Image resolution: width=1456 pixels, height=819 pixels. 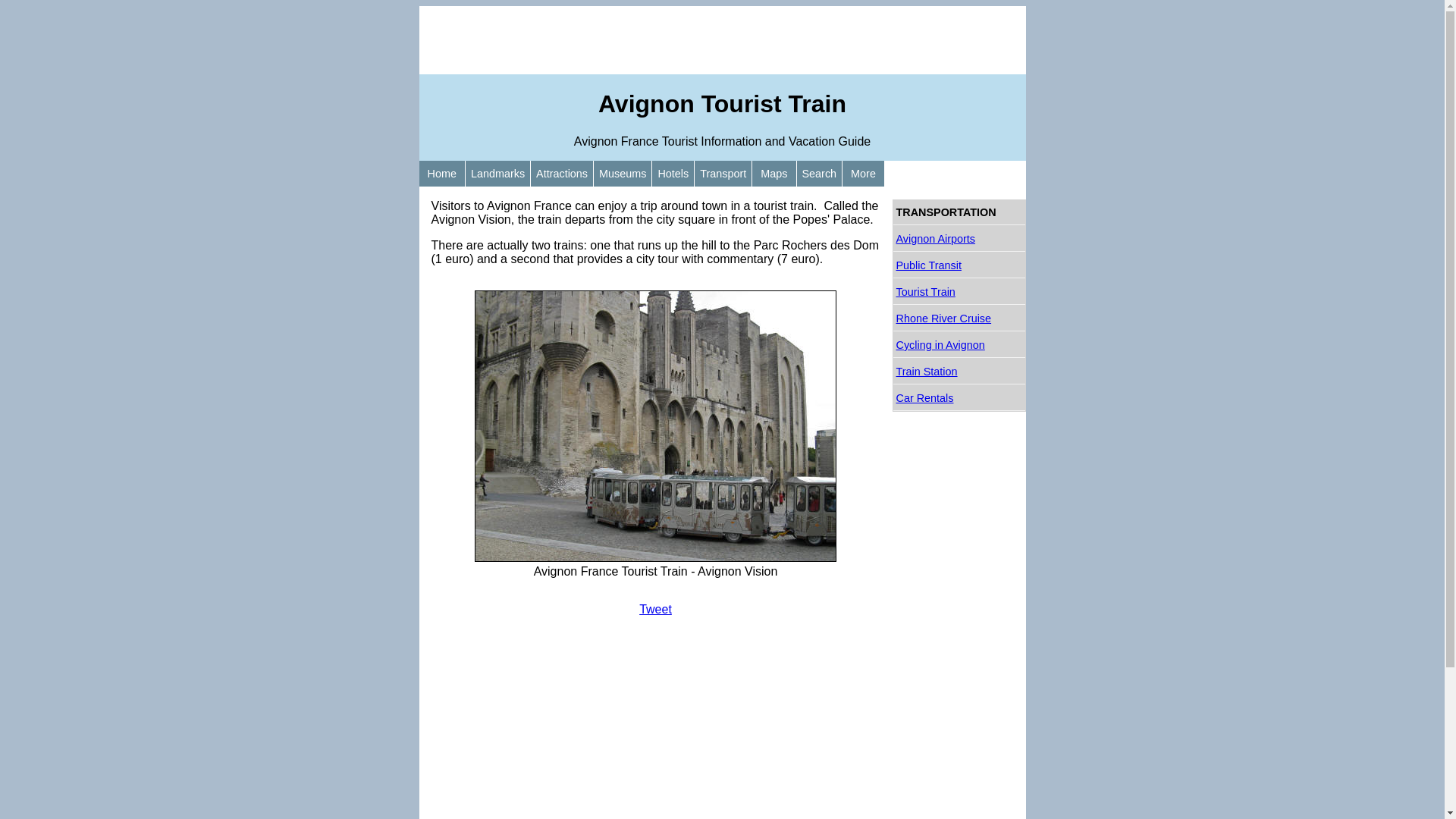 What do you see at coordinates (622, 172) in the screenshot?
I see `'Museums'` at bounding box center [622, 172].